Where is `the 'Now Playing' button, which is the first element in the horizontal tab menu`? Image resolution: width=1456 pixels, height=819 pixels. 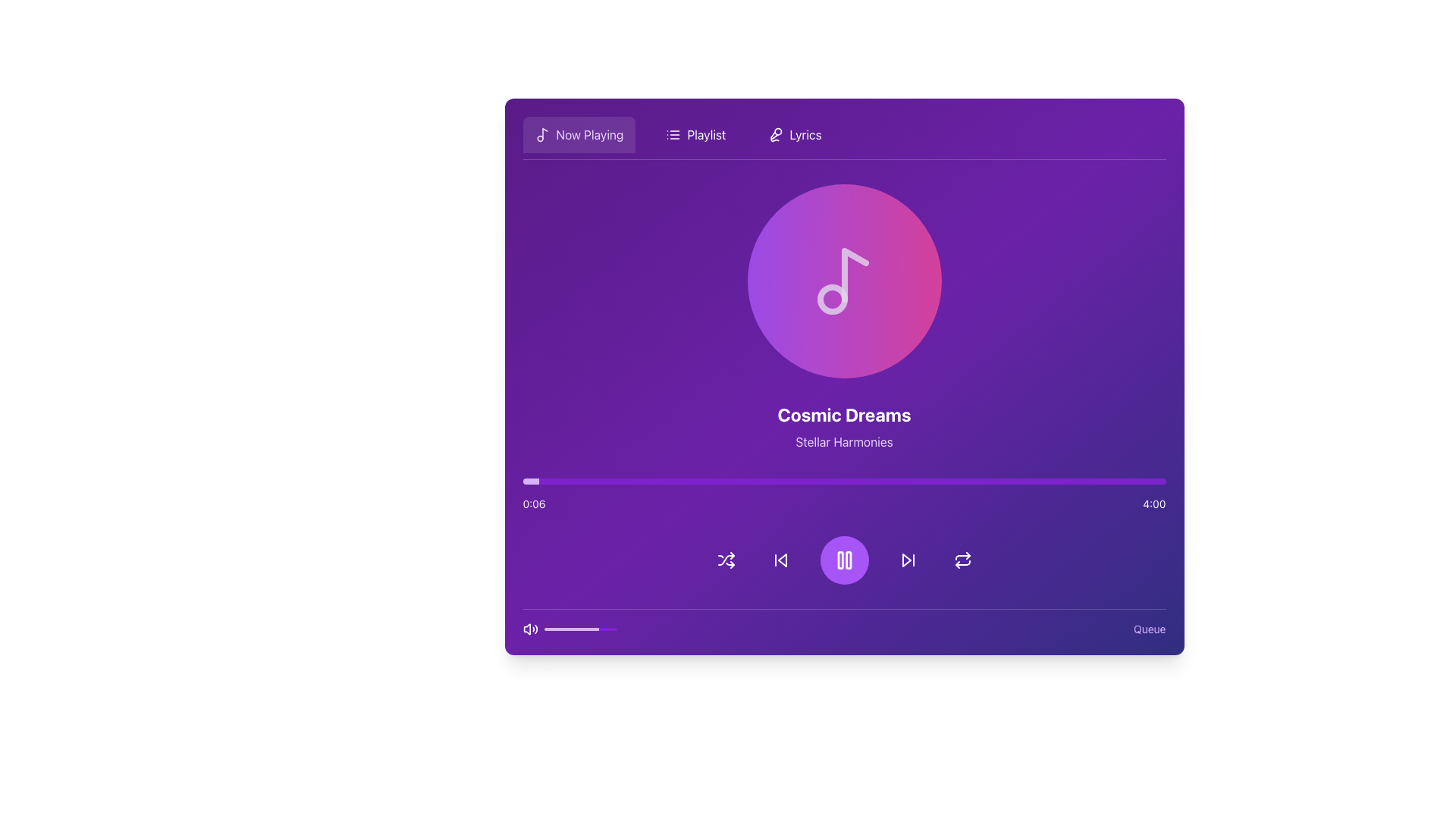
the 'Now Playing' button, which is the first element in the horizontal tab menu is located at coordinates (578, 133).